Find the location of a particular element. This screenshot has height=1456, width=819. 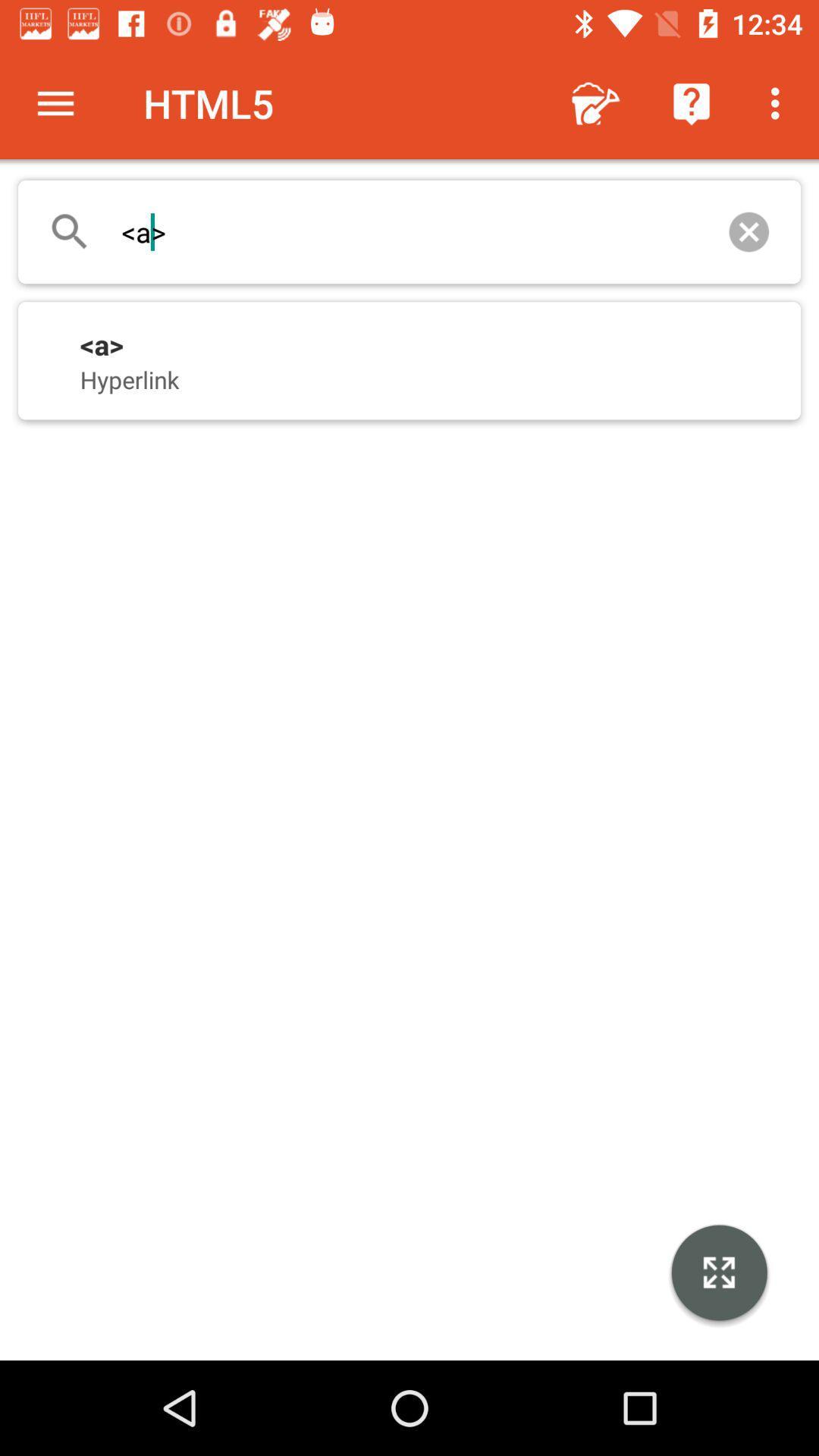

the item to the right of the <a> item is located at coordinates (748, 231).